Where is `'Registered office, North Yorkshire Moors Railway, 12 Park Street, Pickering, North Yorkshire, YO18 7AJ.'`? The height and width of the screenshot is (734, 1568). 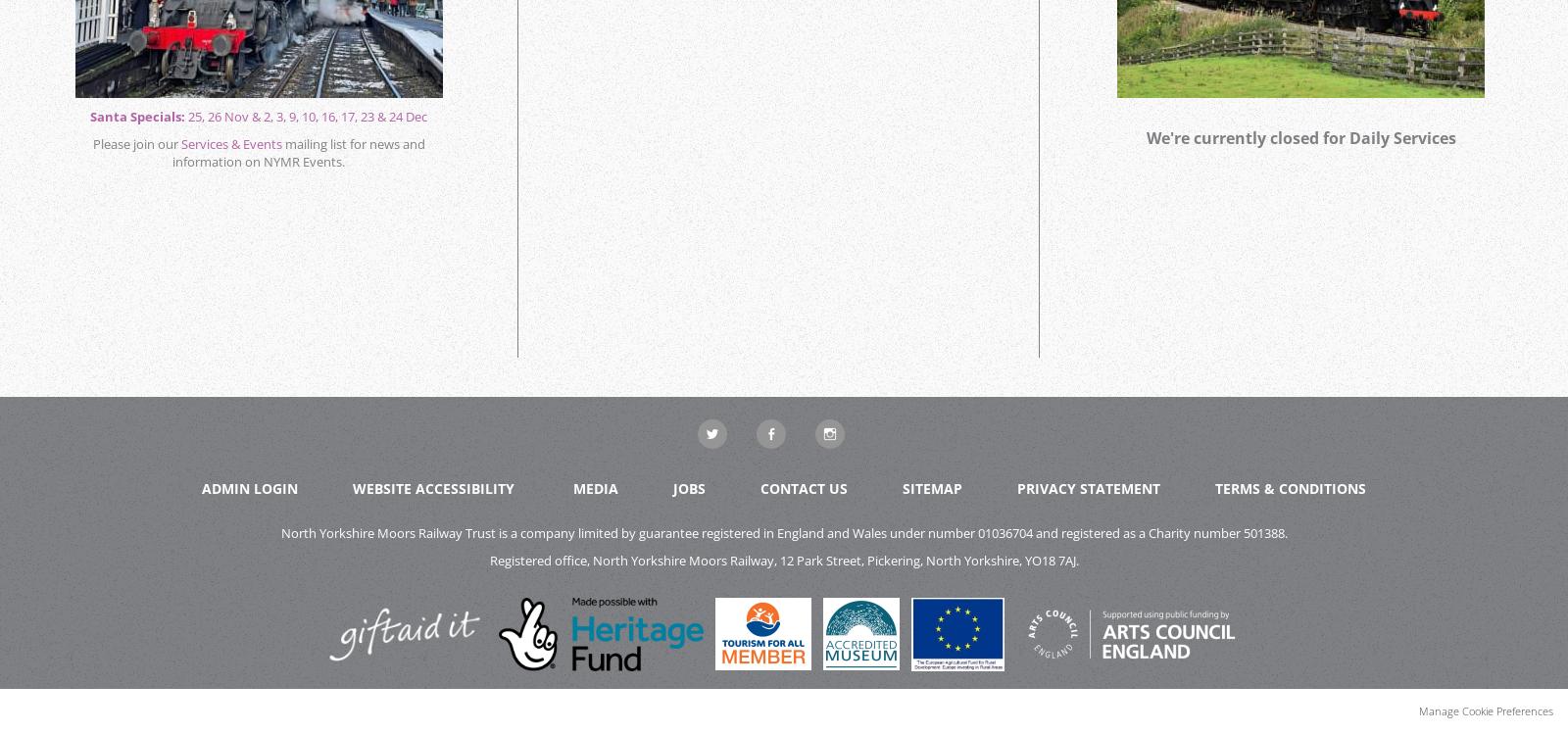
'Registered office, North Yorkshire Moors Railway, 12 Park Street, Pickering, North Yorkshire, YO18 7AJ.' is located at coordinates (783, 561).